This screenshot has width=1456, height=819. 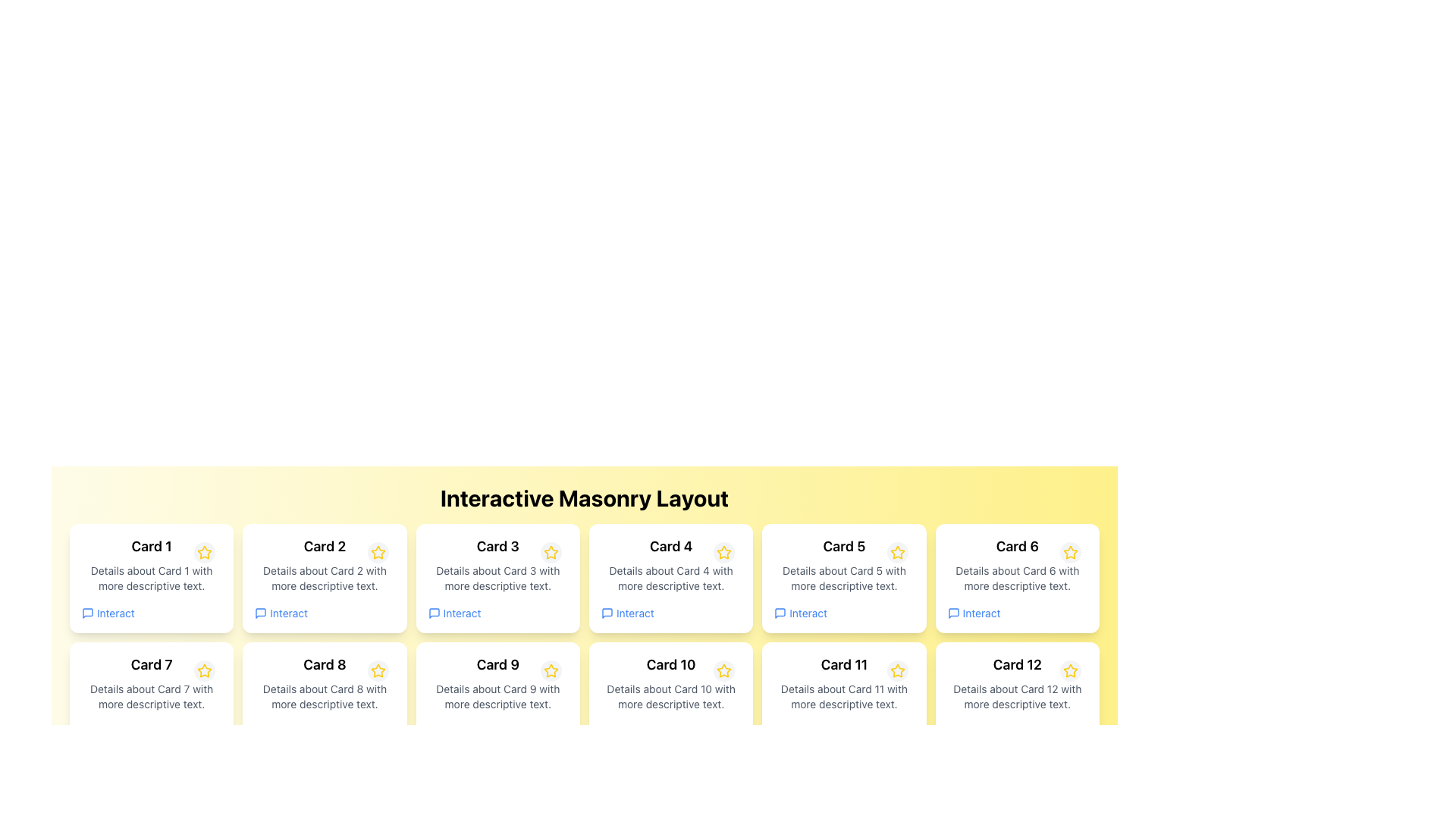 I want to click on the message square or comment bubble SVG icon located above the 'Interact' text link on the first card in the grid layout, so click(x=86, y=613).